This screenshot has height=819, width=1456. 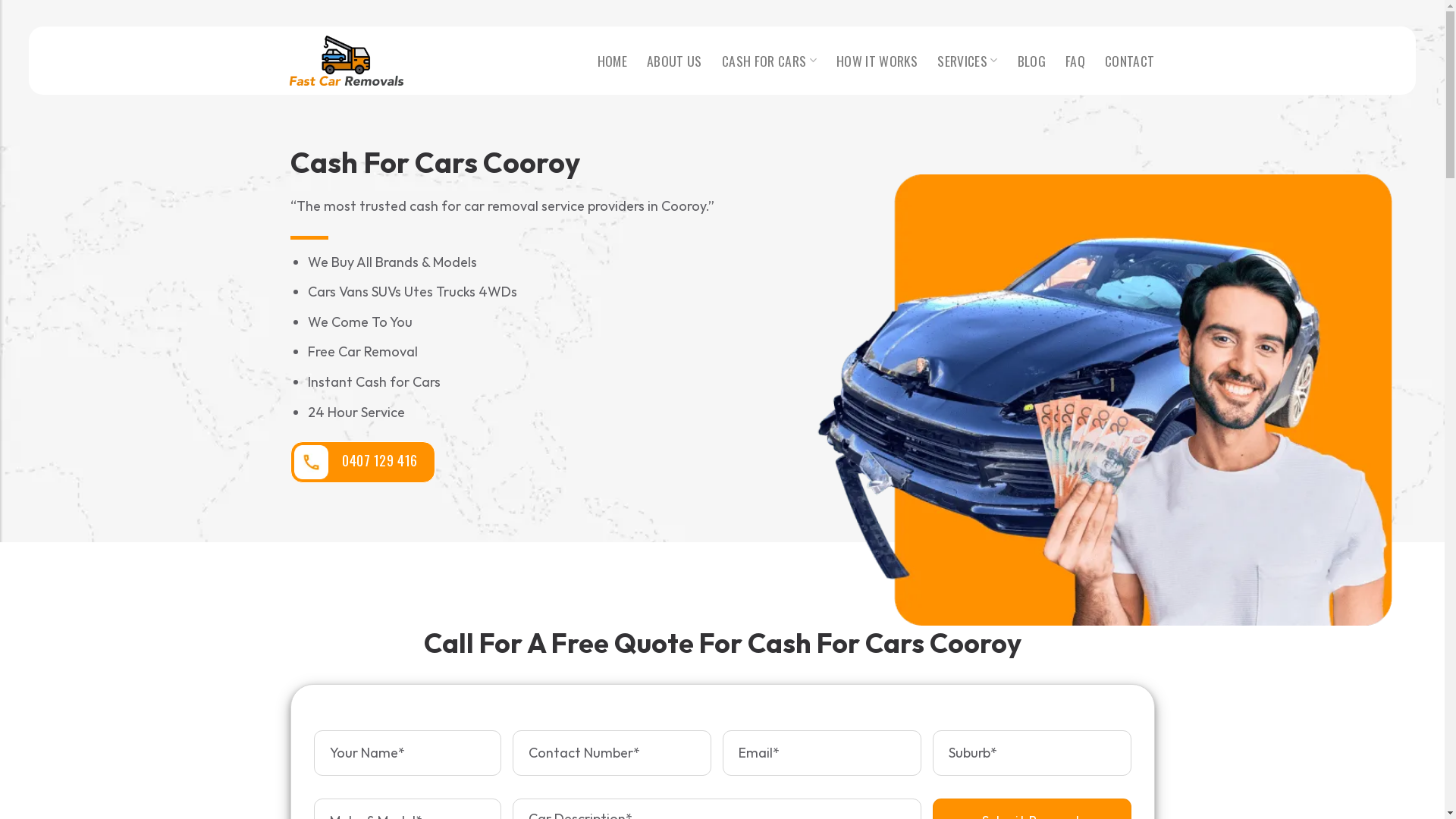 I want to click on 'Fast Car Removals', so click(x=345, y=60).